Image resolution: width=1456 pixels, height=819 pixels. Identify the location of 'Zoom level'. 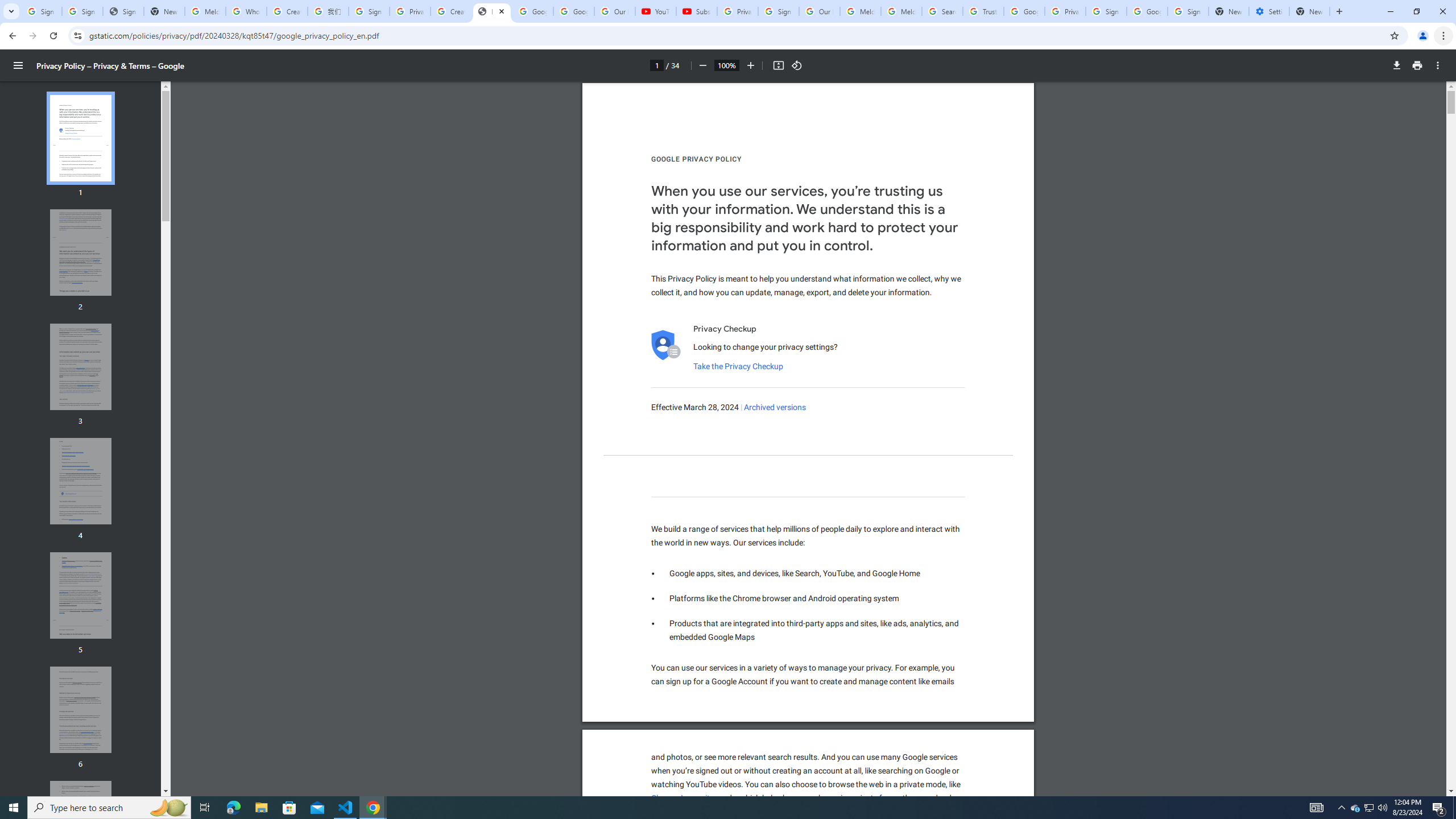
(726, 65).